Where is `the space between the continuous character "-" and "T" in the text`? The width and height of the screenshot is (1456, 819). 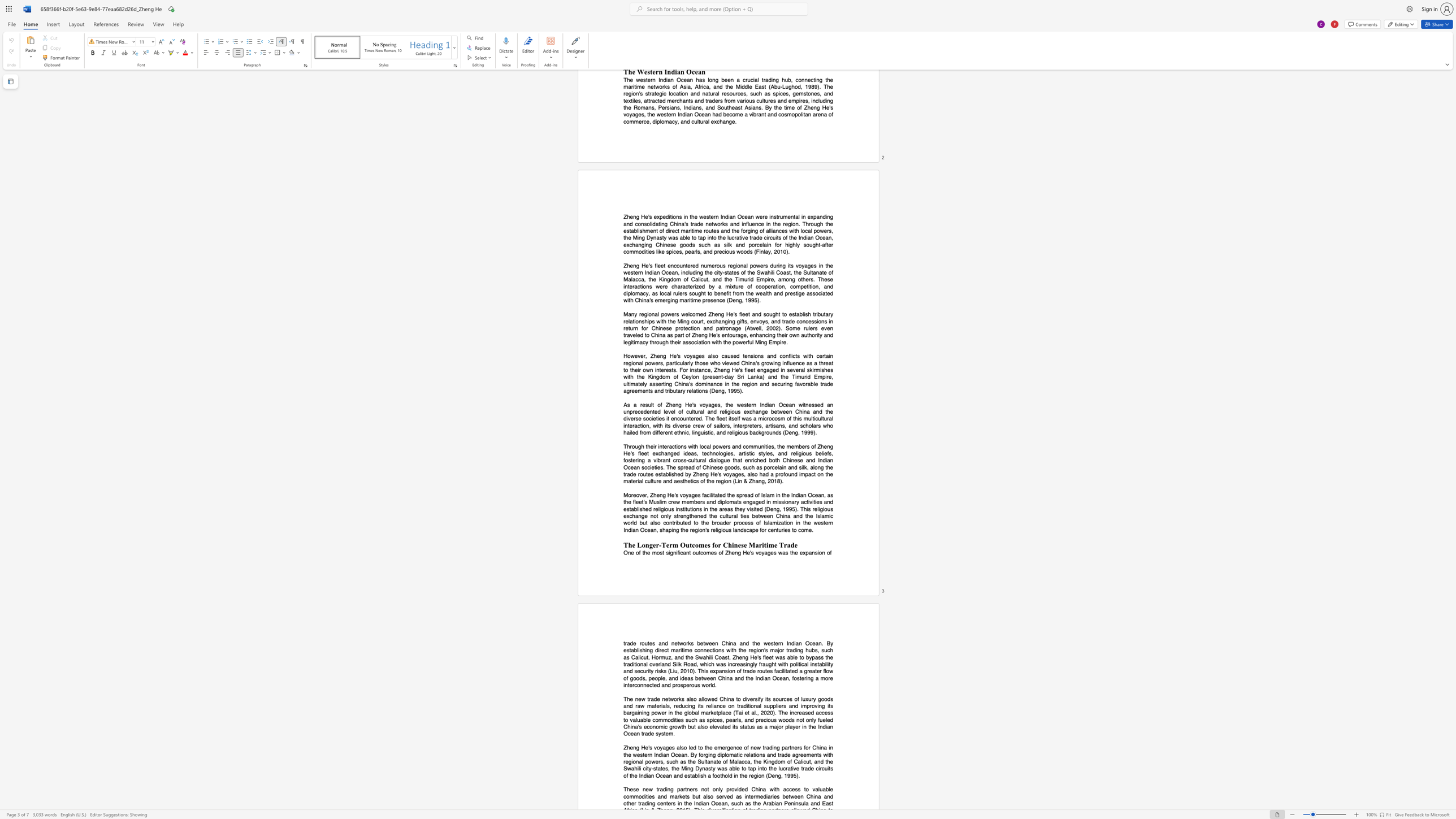
the space between the continuous character "-" and "T" in the text is located at coordinates (662, 544).